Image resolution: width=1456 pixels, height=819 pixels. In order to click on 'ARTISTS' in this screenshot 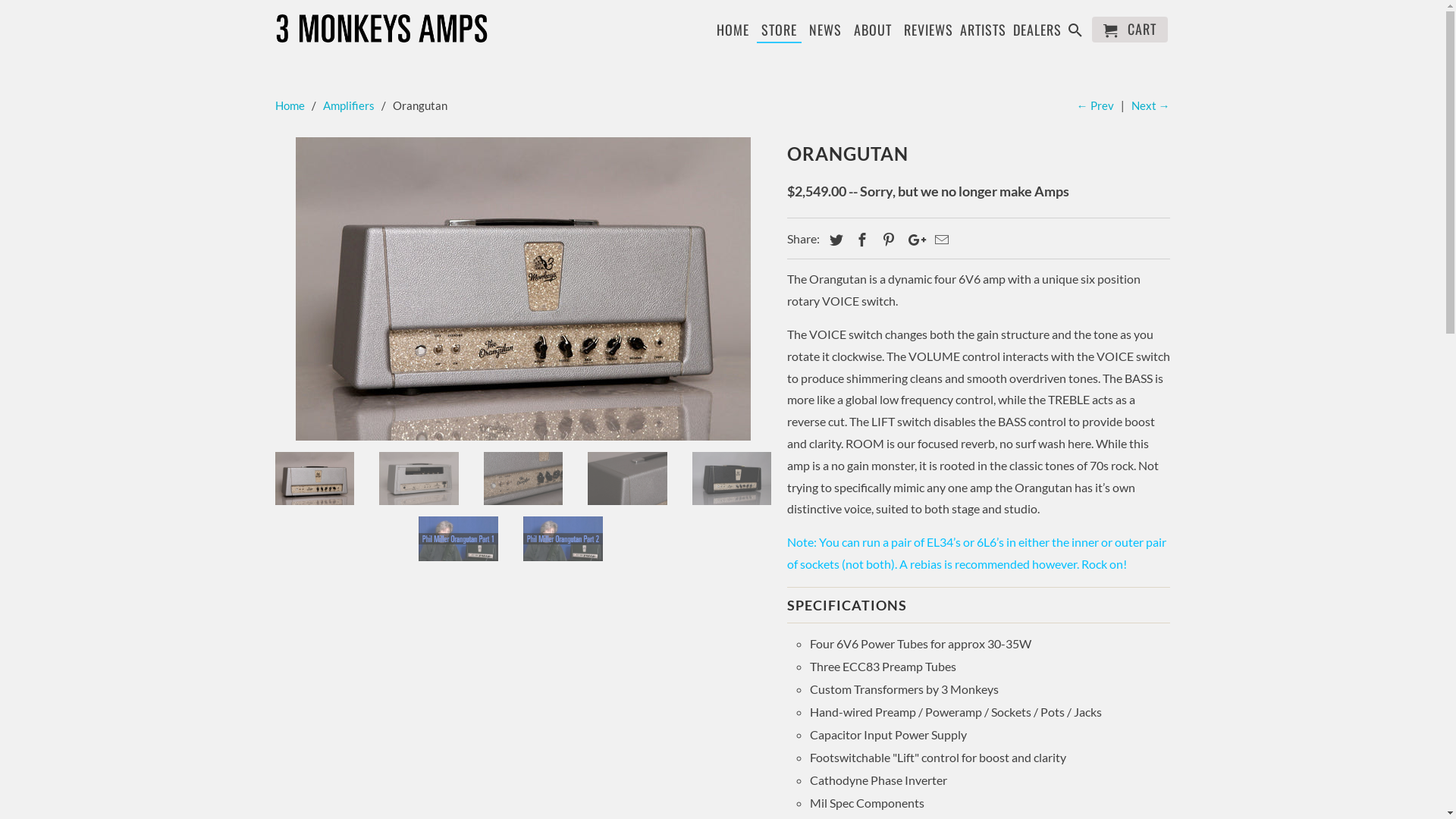, I will do `click(983, 32)`.